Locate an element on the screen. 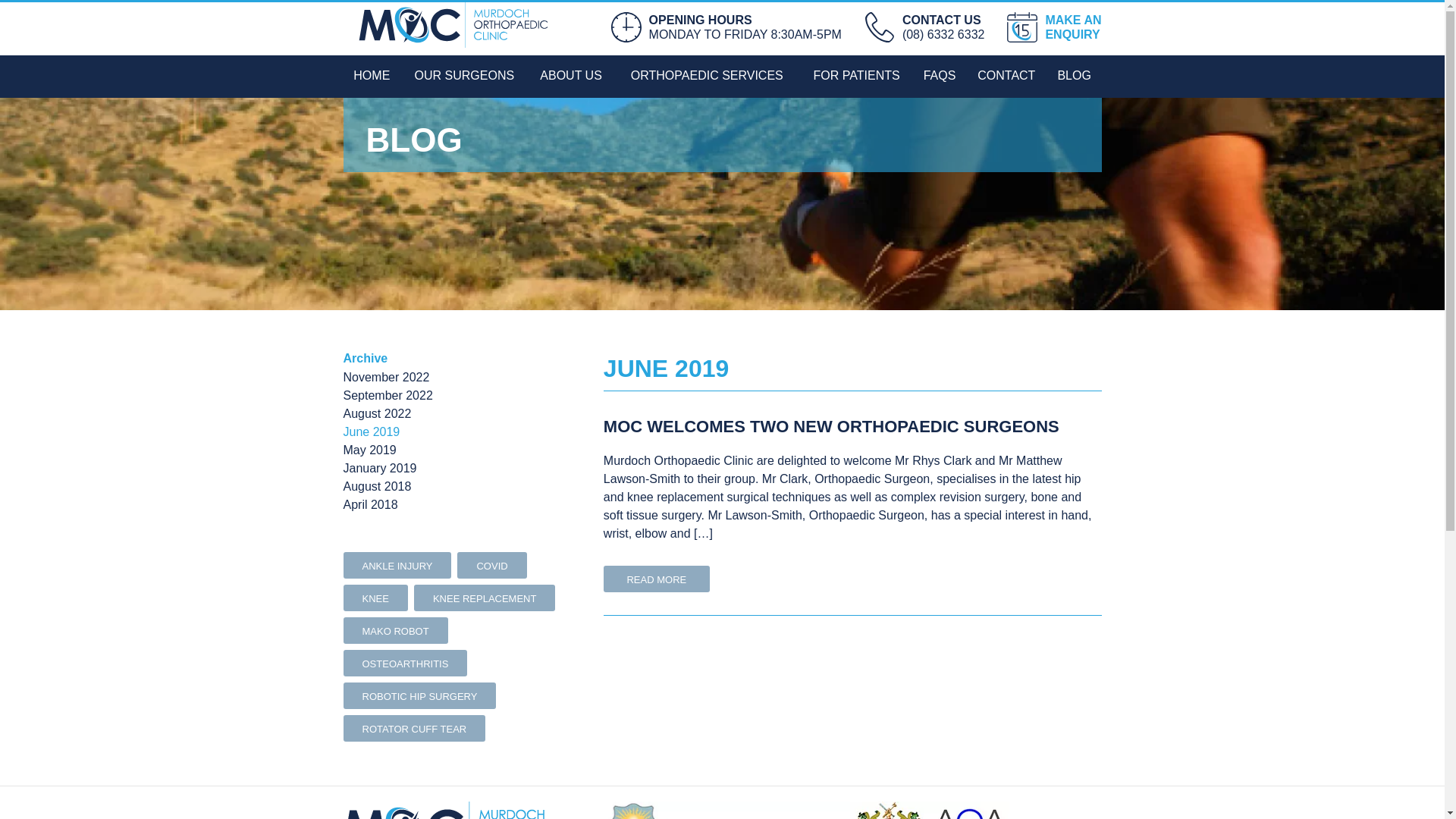 This screenshot has width=1456, height=819. 'COVID' is located at coordinates (457, 565).